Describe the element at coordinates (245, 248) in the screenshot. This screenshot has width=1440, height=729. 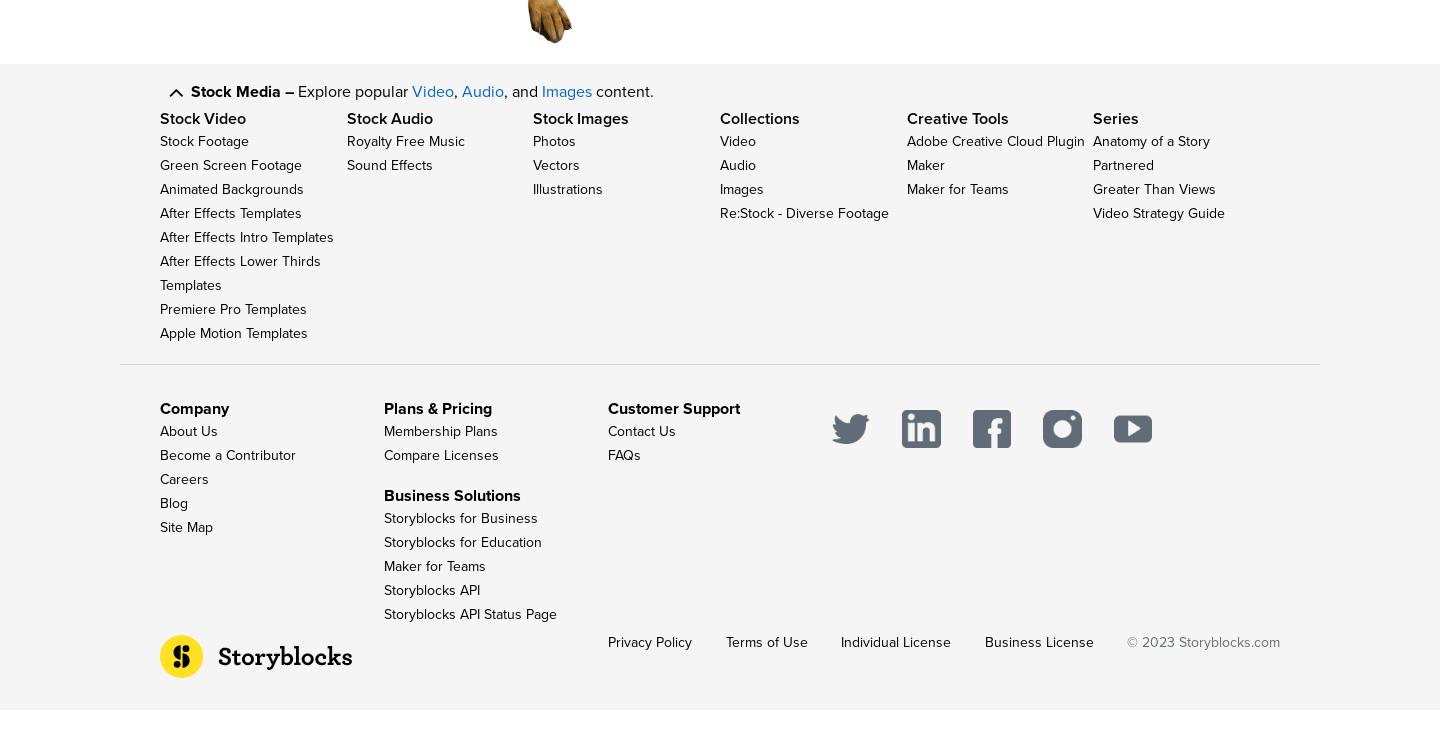
I see `'After Effects Intro Templates'` at that location.